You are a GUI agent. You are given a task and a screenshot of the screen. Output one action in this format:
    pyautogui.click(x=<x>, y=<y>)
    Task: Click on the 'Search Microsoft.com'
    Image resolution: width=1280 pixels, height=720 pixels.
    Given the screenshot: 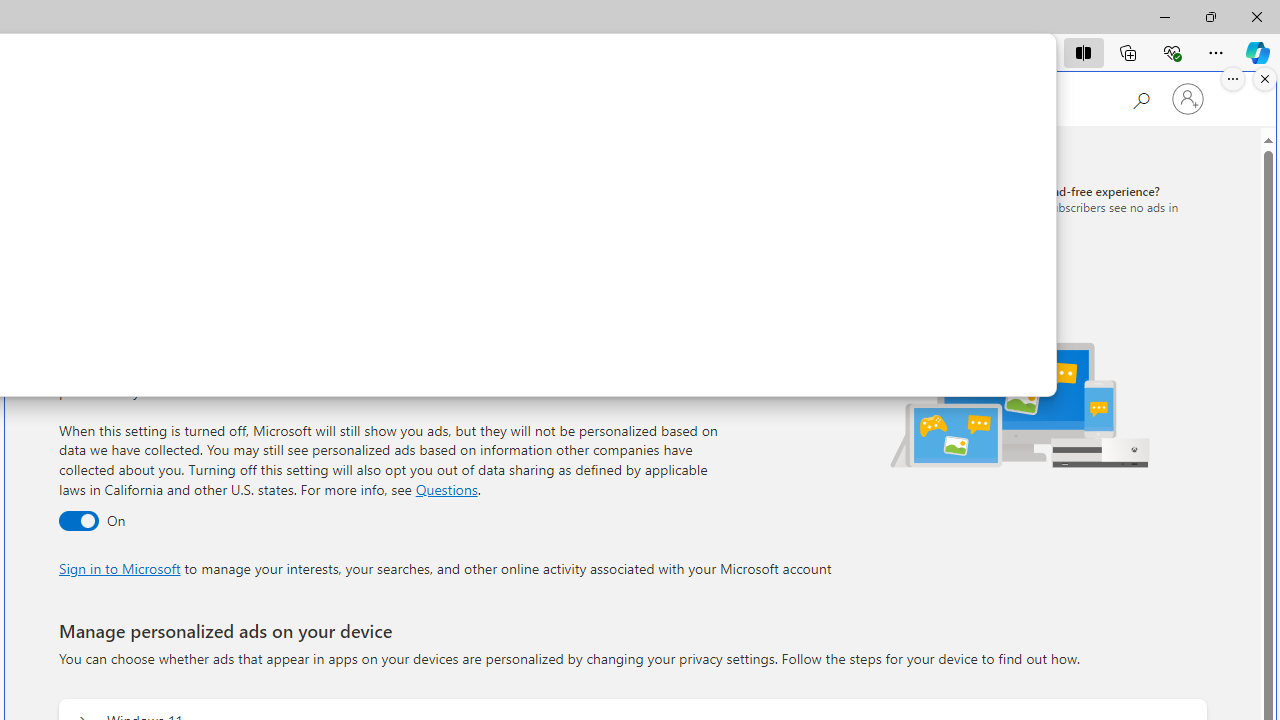 What is the action you would take?
    pyautogui.click(x=1140, y=97)
    